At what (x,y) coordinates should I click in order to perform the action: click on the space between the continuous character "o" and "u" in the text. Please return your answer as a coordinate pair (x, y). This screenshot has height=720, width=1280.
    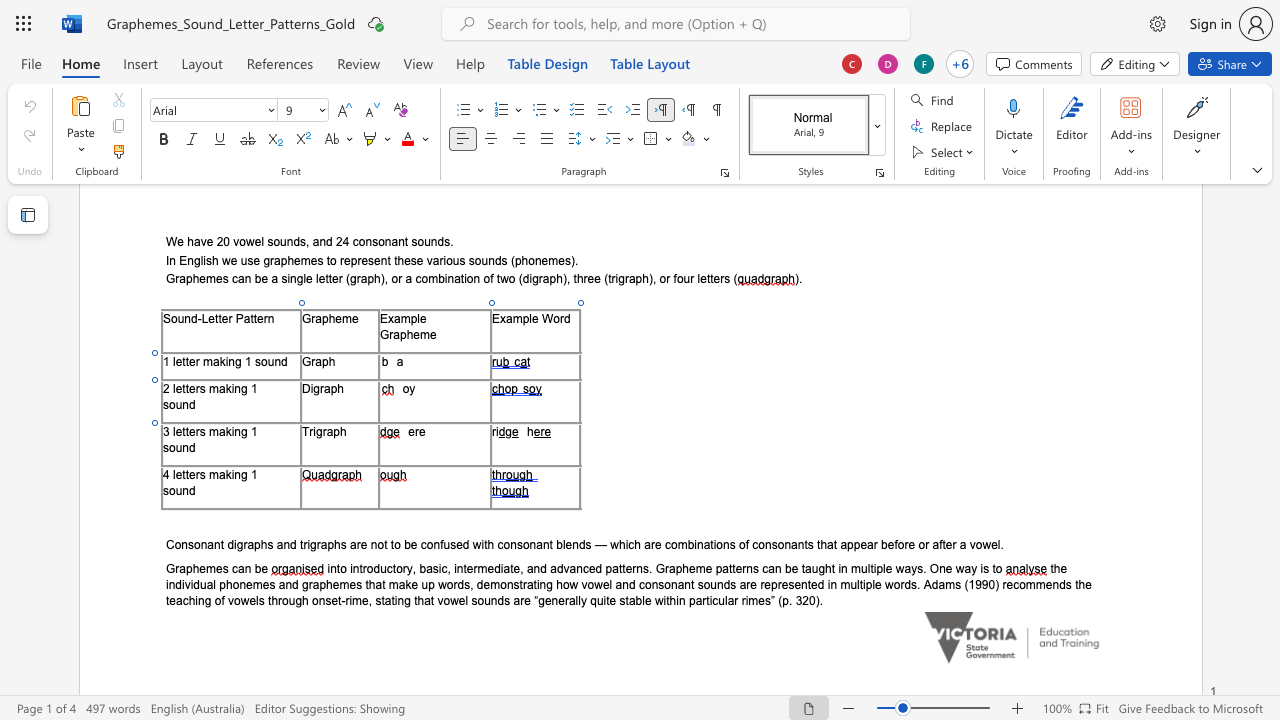
    Looking at the image, I should click on (175, 446).